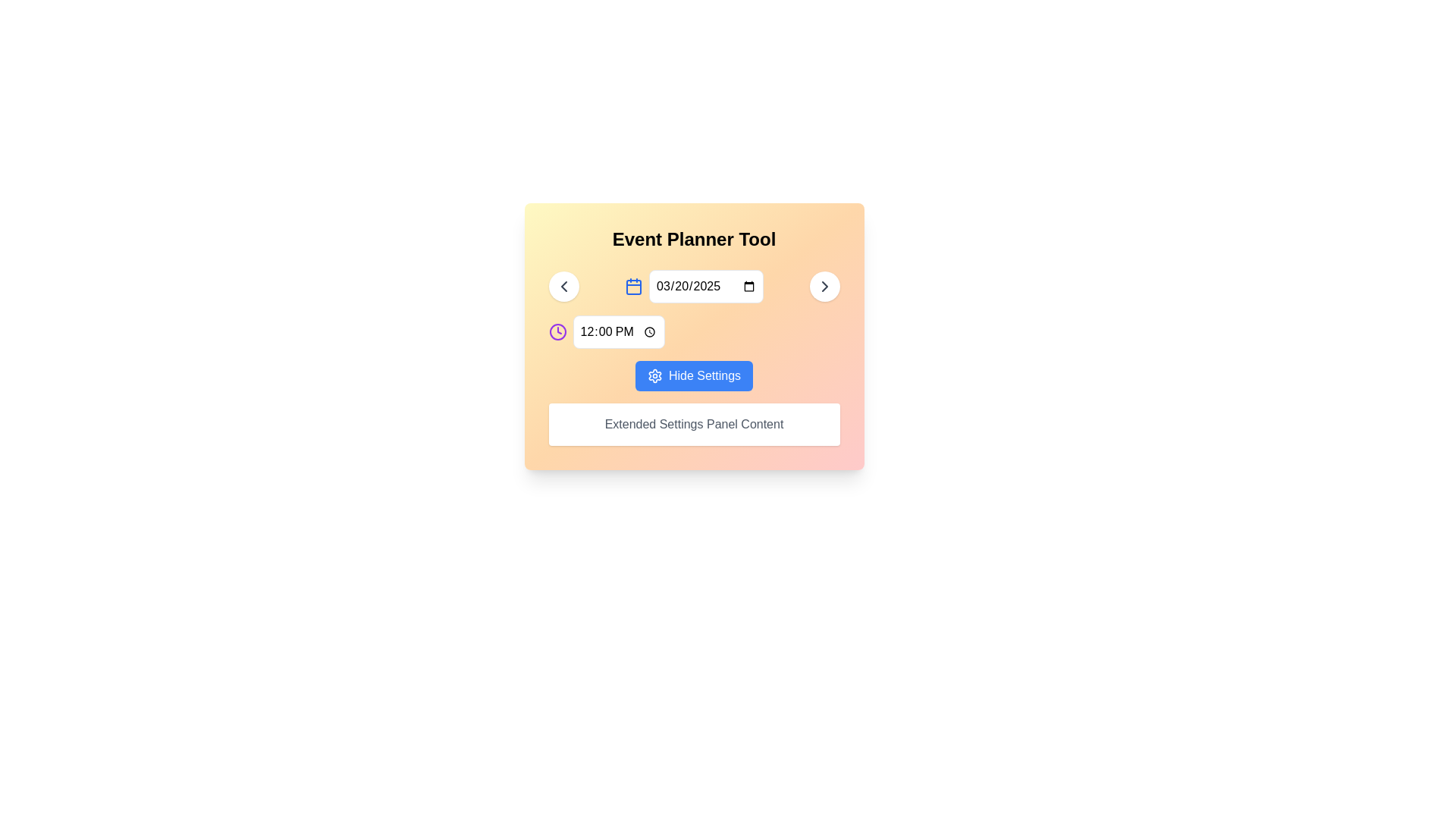 This screenshot has height=819, width=1456. I want to click on text contained in the horizontally-aligned rectangular section with a white background labeled 'Extended Settings Panel Content', so click(693, 424).